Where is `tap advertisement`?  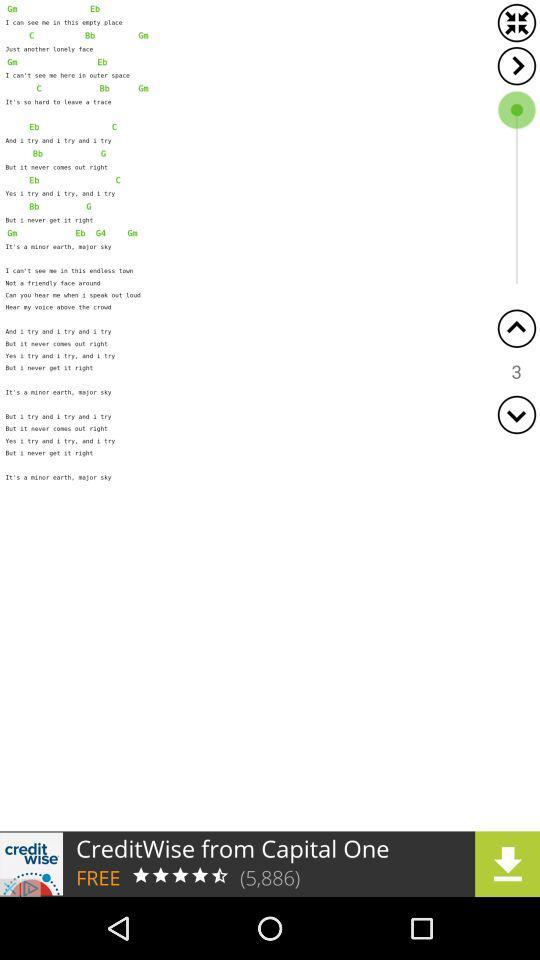 tap advertisement is located at coordinates (270, 863).